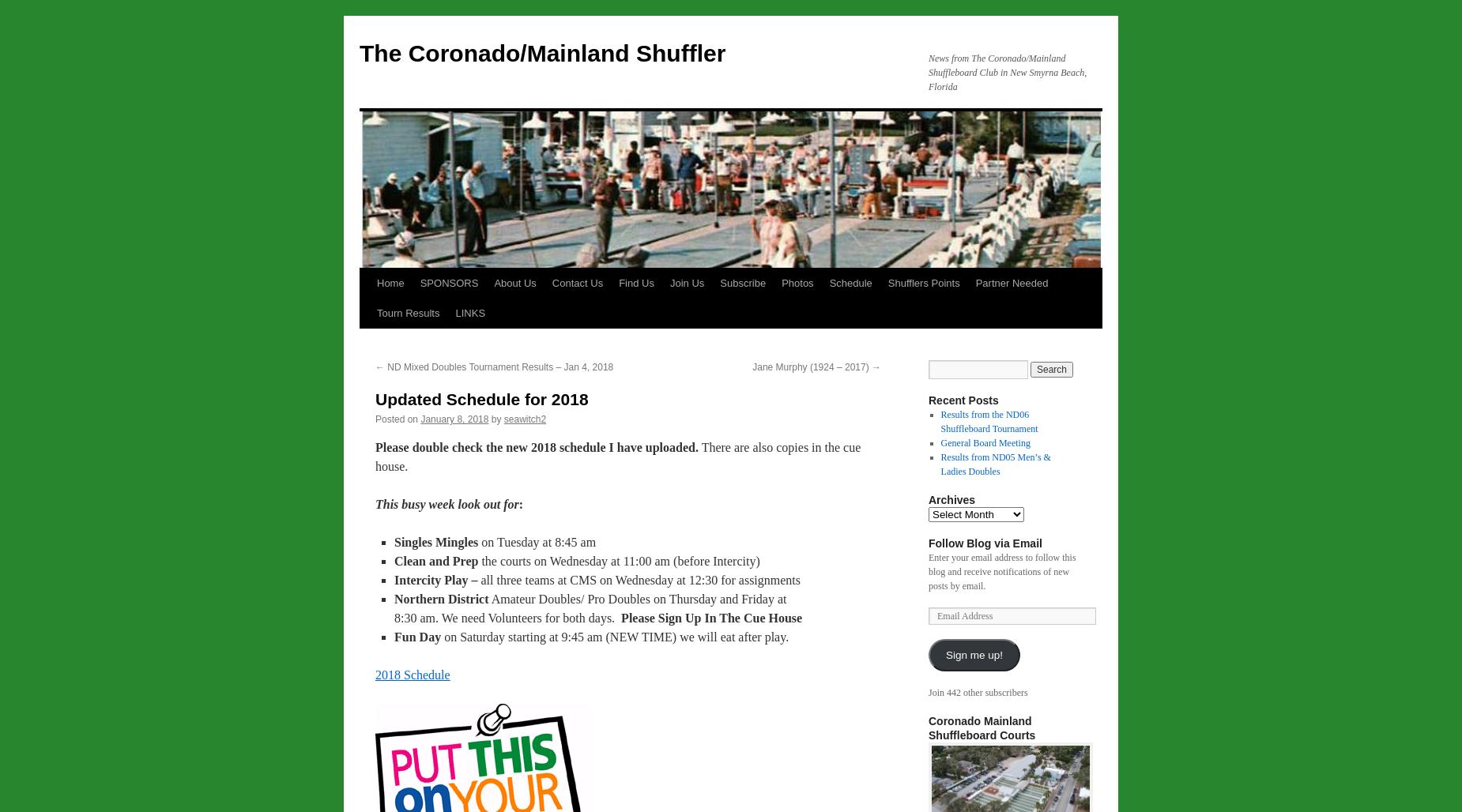  Describe the element at coordinates (621, 618) in the screenshot. I see `'Please Sign Up In The Cue House'` at that location.